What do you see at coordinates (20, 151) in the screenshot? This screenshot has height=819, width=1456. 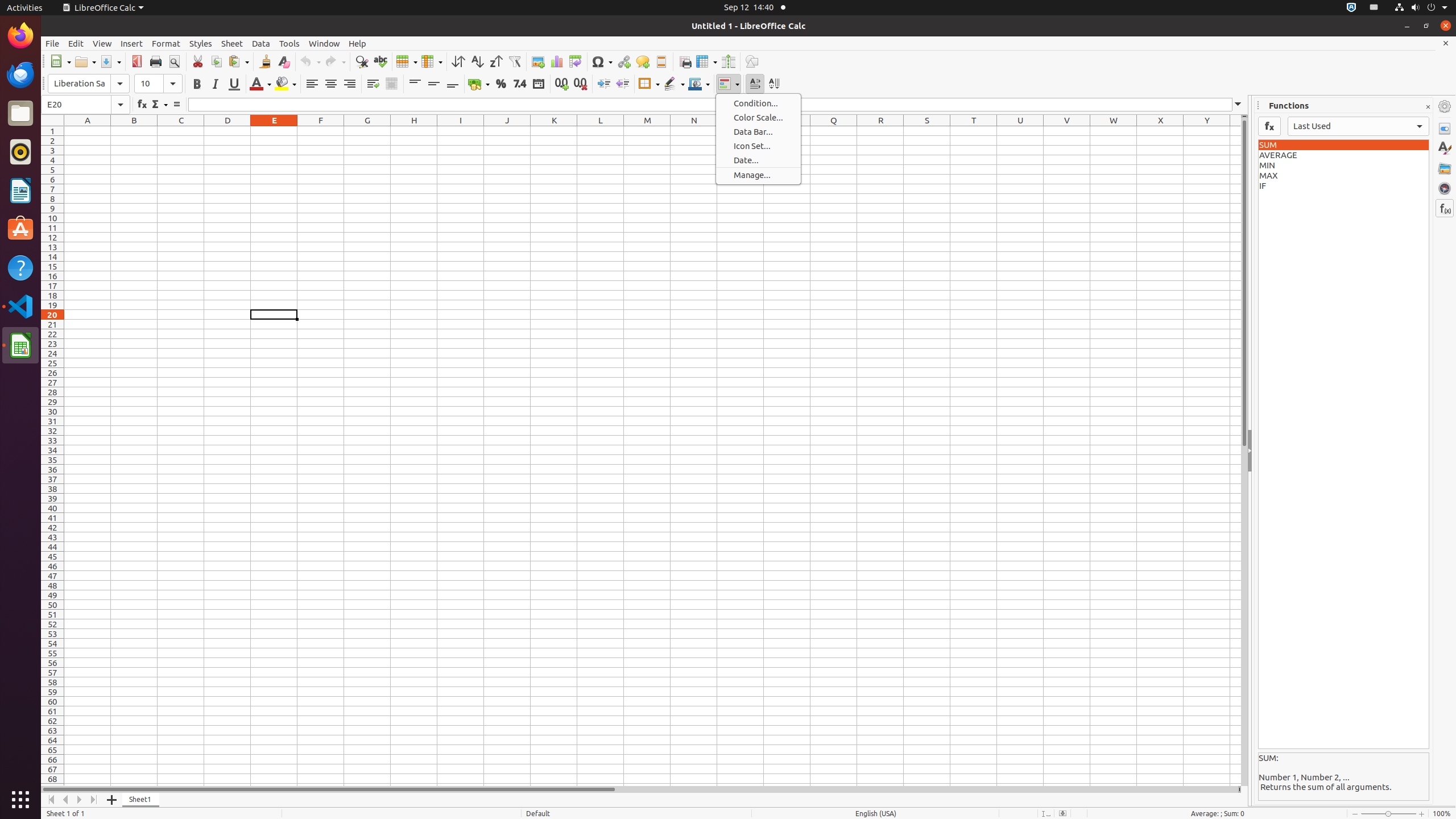 I see `'Rhythmbox'` at bounding box center [20, 151].